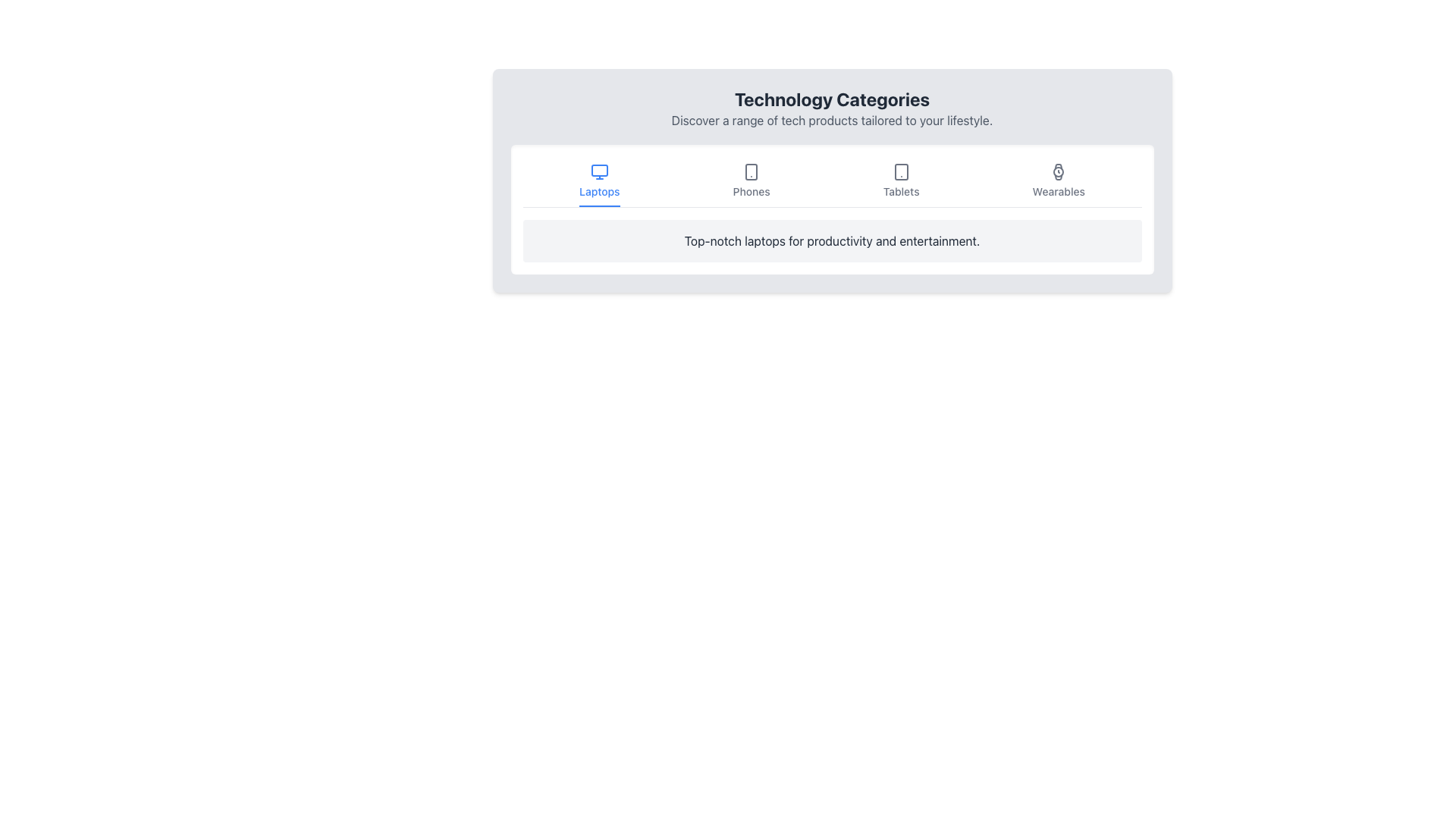 This screenshot has width=1456, height=819. I want to click on to select the 'Phones' category in the menu, which is identified by its position as the second item from the left below the smartphone icon, so click(752, 191).